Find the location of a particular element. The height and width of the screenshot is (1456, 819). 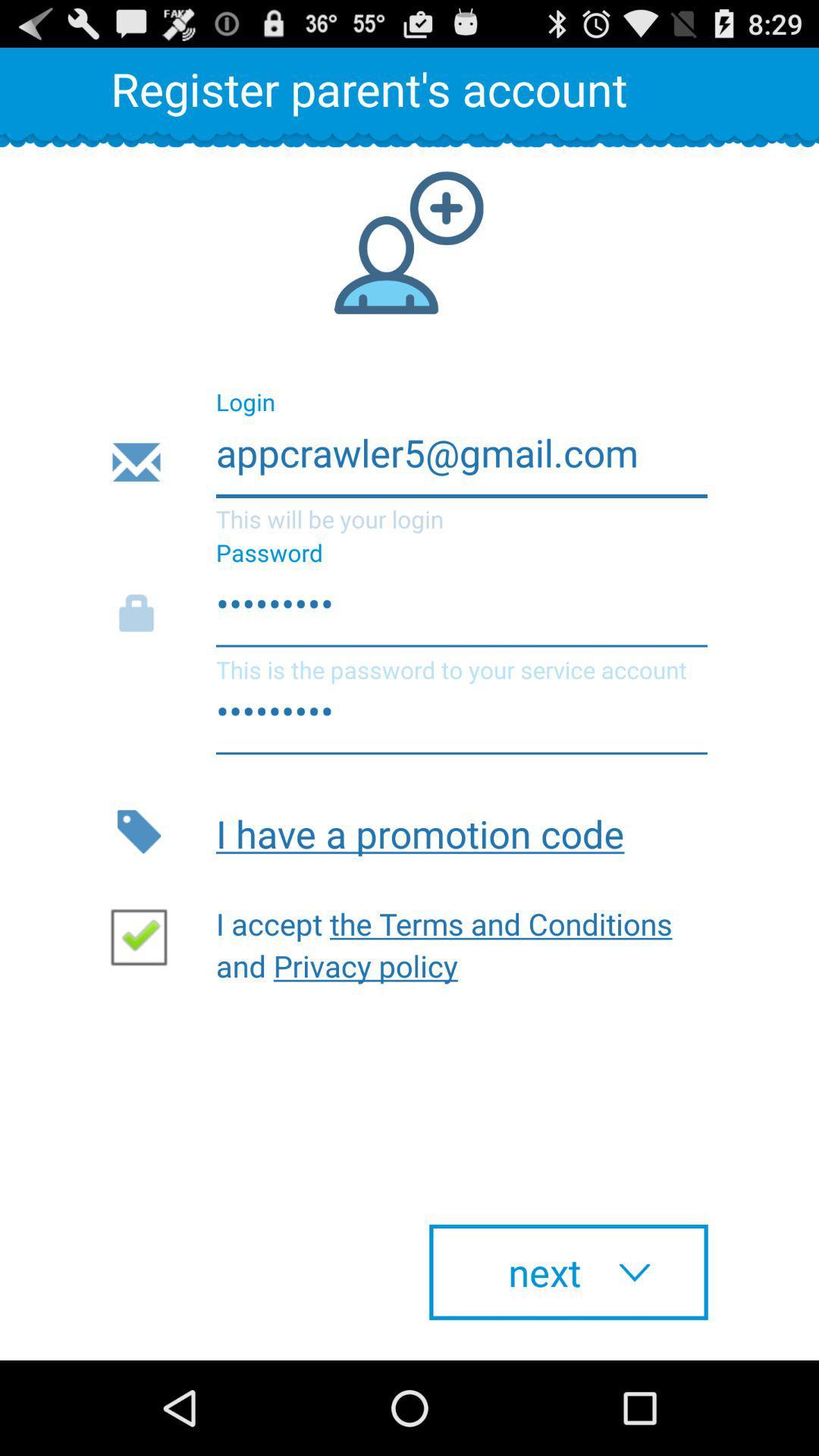

the item next to i accept the app is located at coordinates (145, 935).